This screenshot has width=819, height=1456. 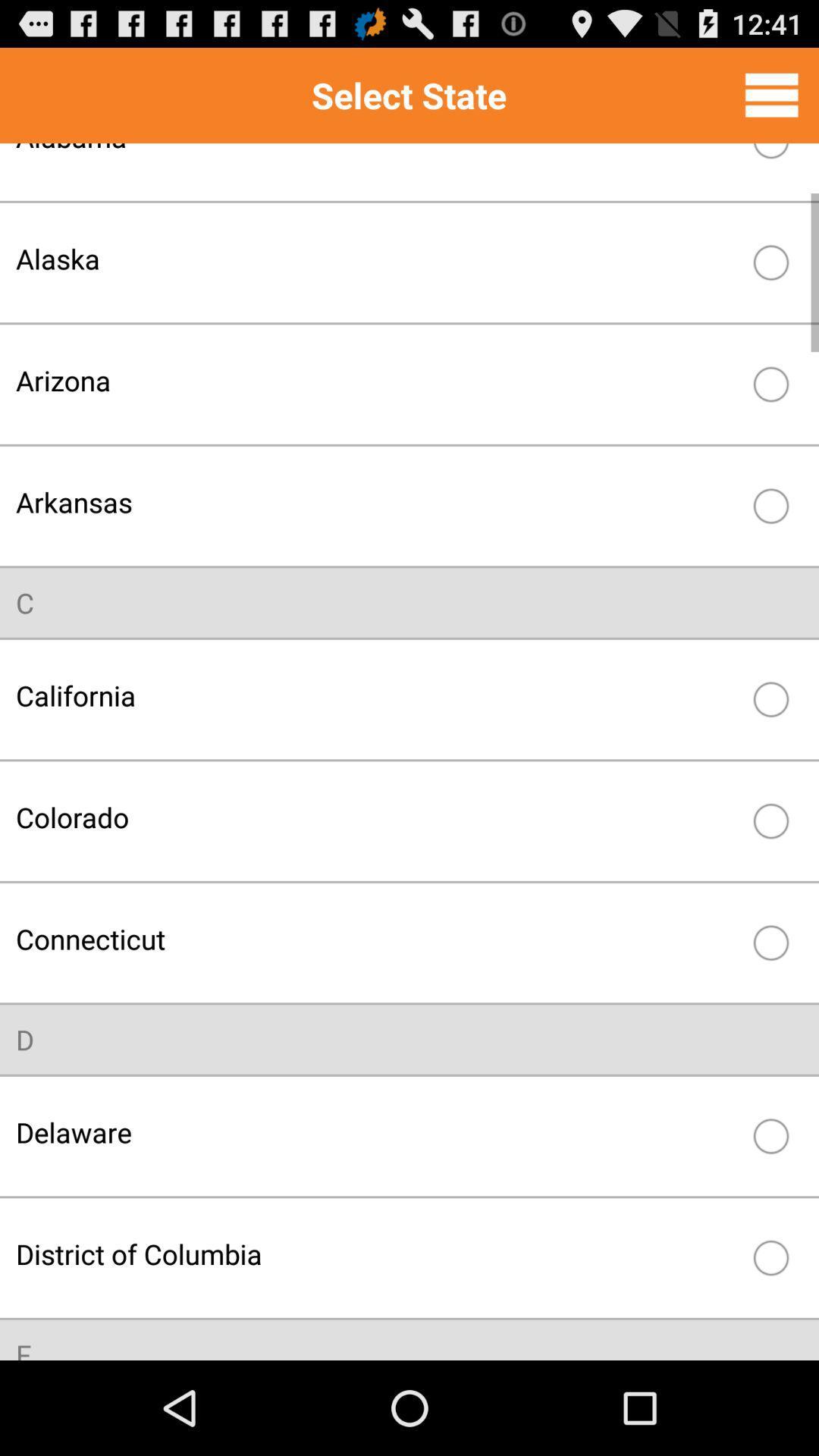 I want to click on delaware icon, so click(x=376, y=1132).